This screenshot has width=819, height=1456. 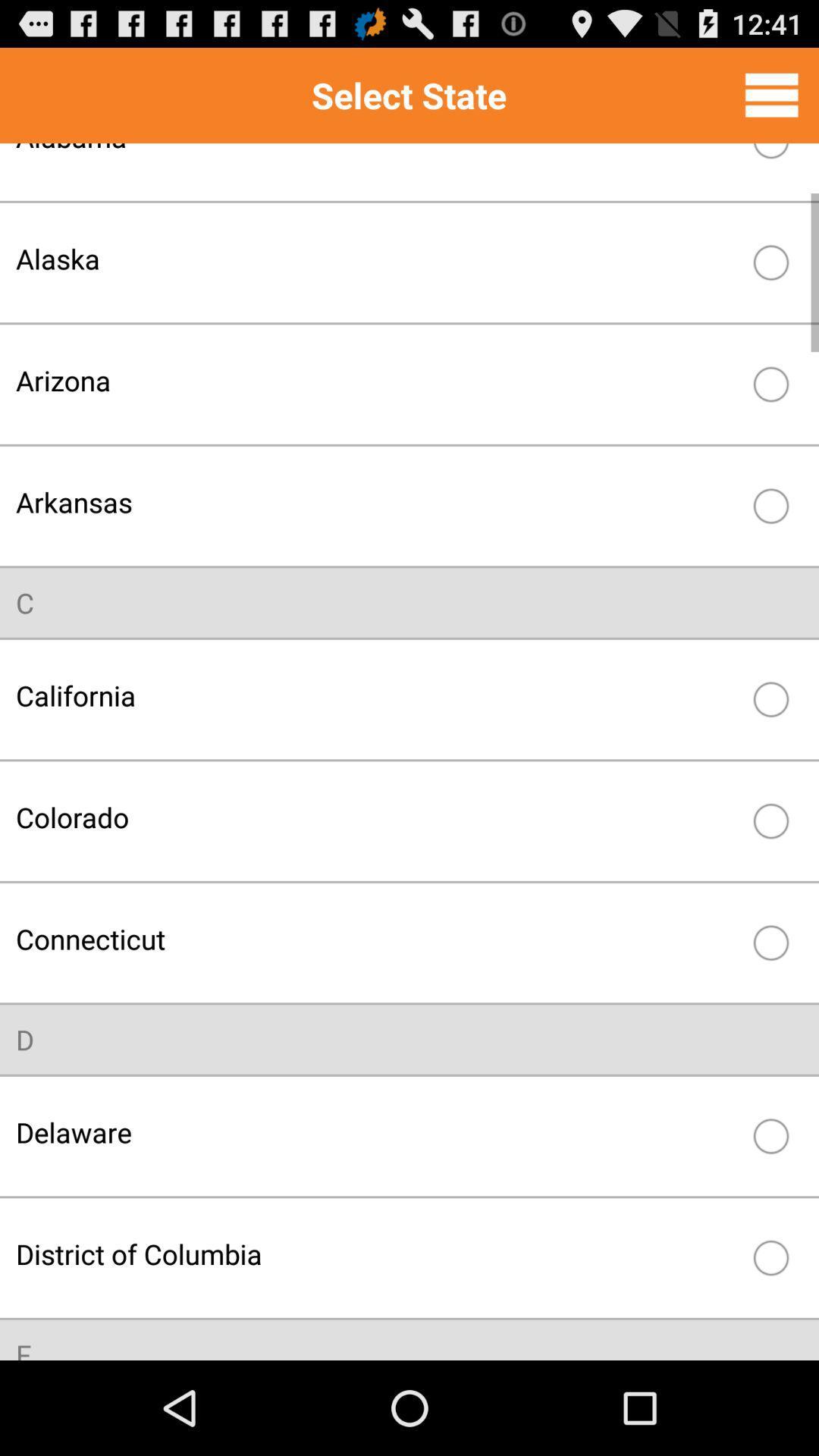 I want to click on delaware icon, so click(x=376, y=1132).